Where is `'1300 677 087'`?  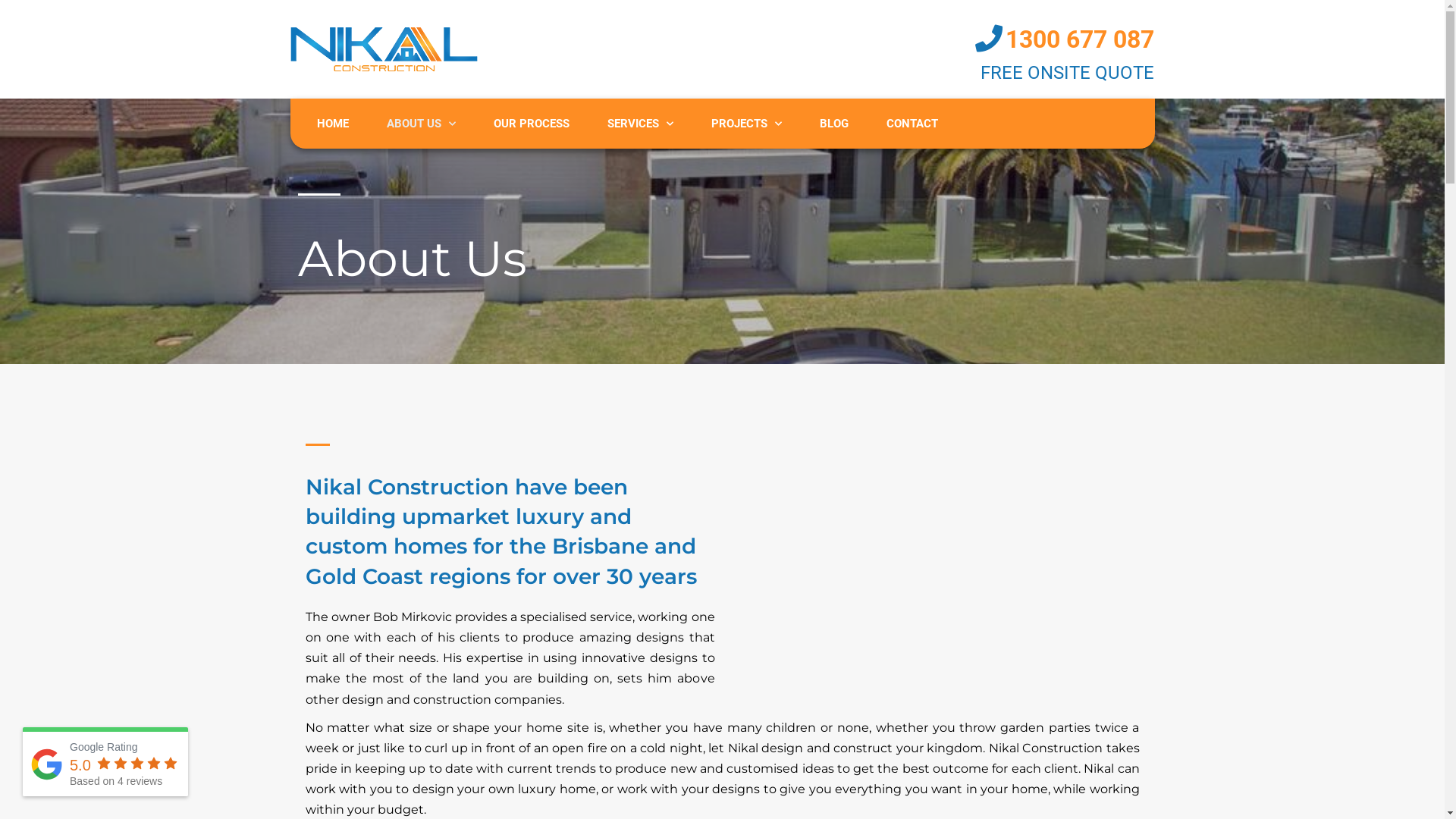
'1300 677 087' is located at coordinates (1079, 38).